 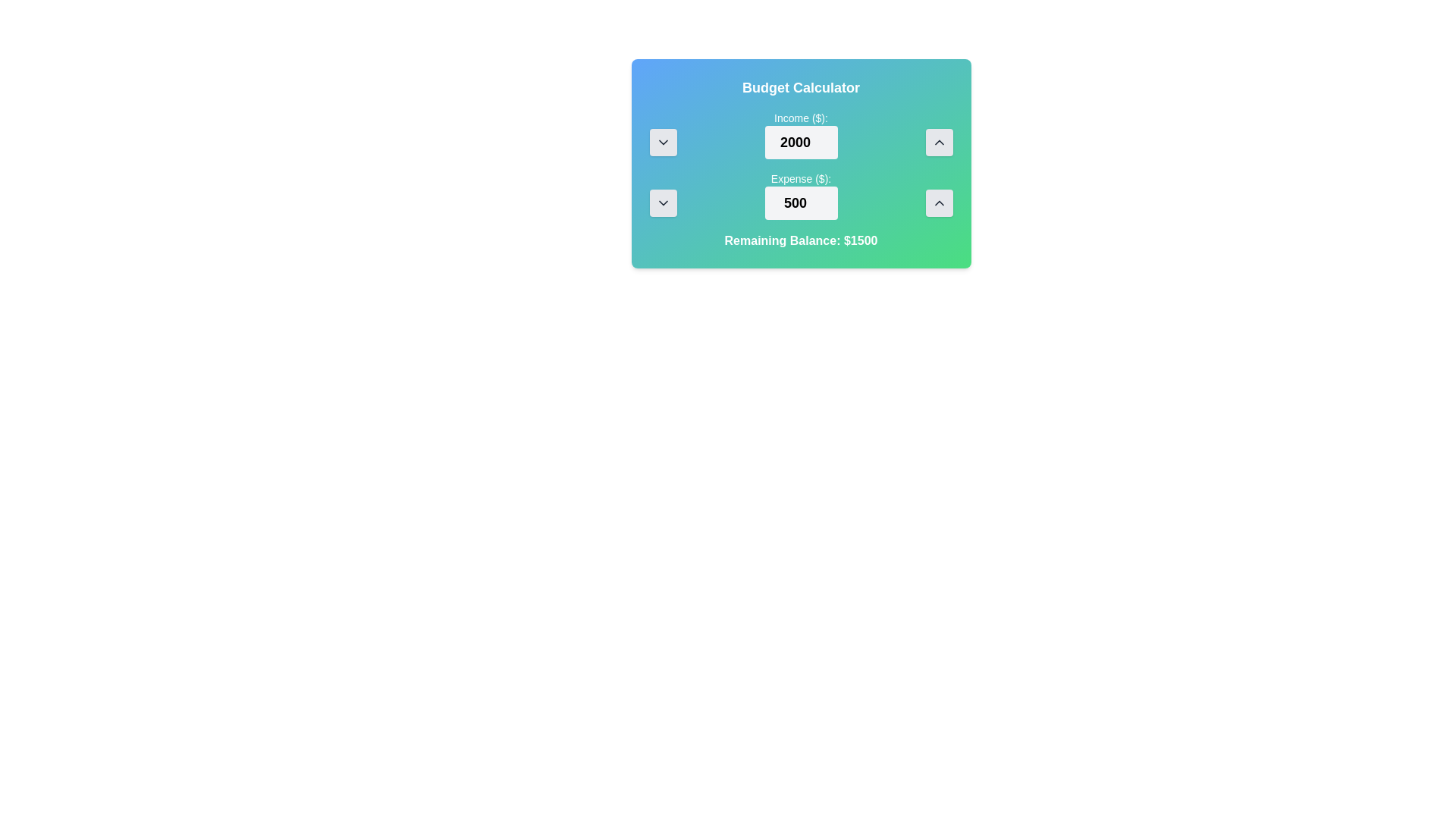 I want to click on the downward chevron icon inside the leftmost button labeled 'Budget Calculator', so click(x=663, y=143).